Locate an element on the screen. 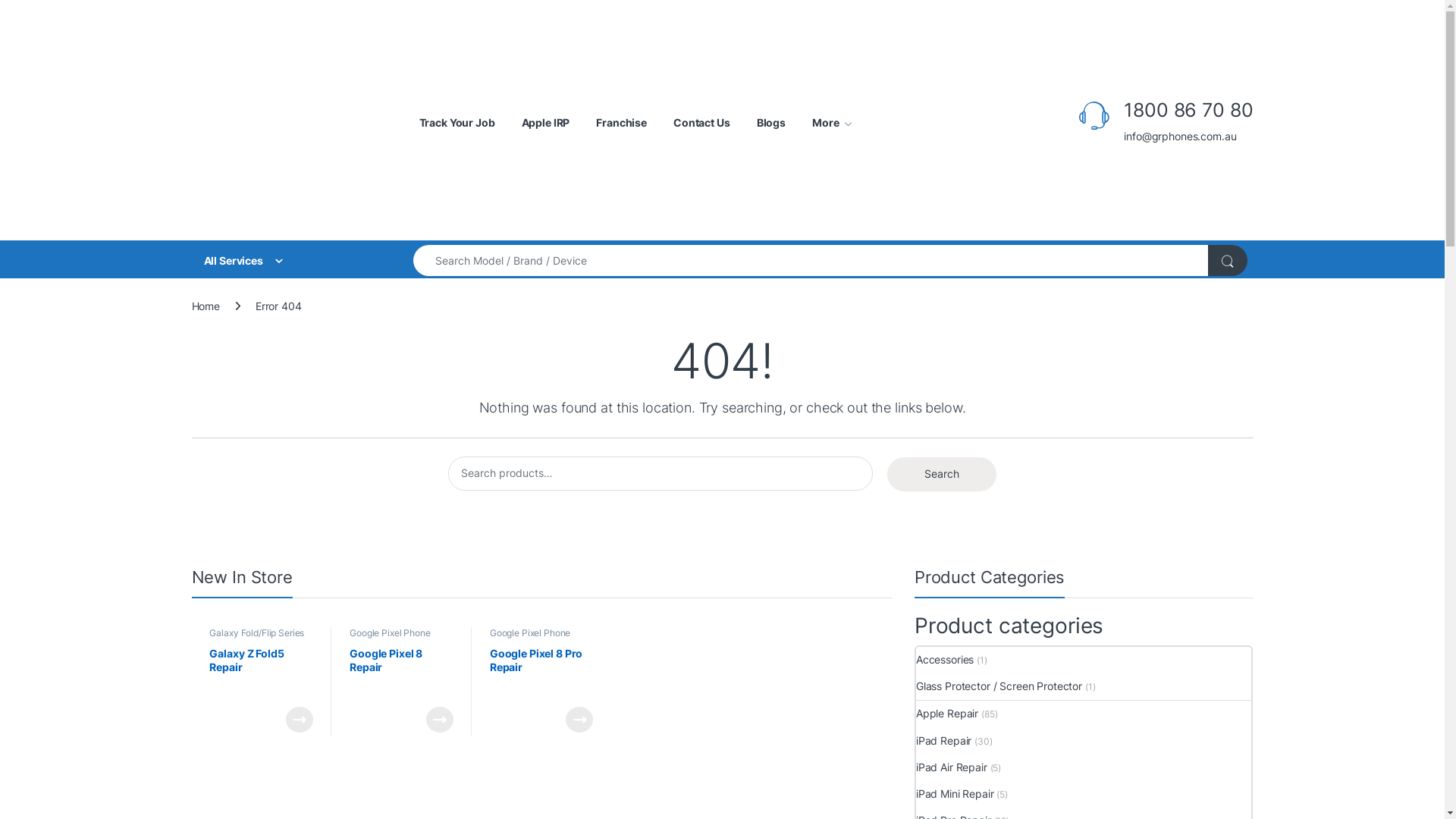 Image resolution: width=1456 pixels, height=819 pixels. 'iPad Repair' is located at coordinates (943, 739).